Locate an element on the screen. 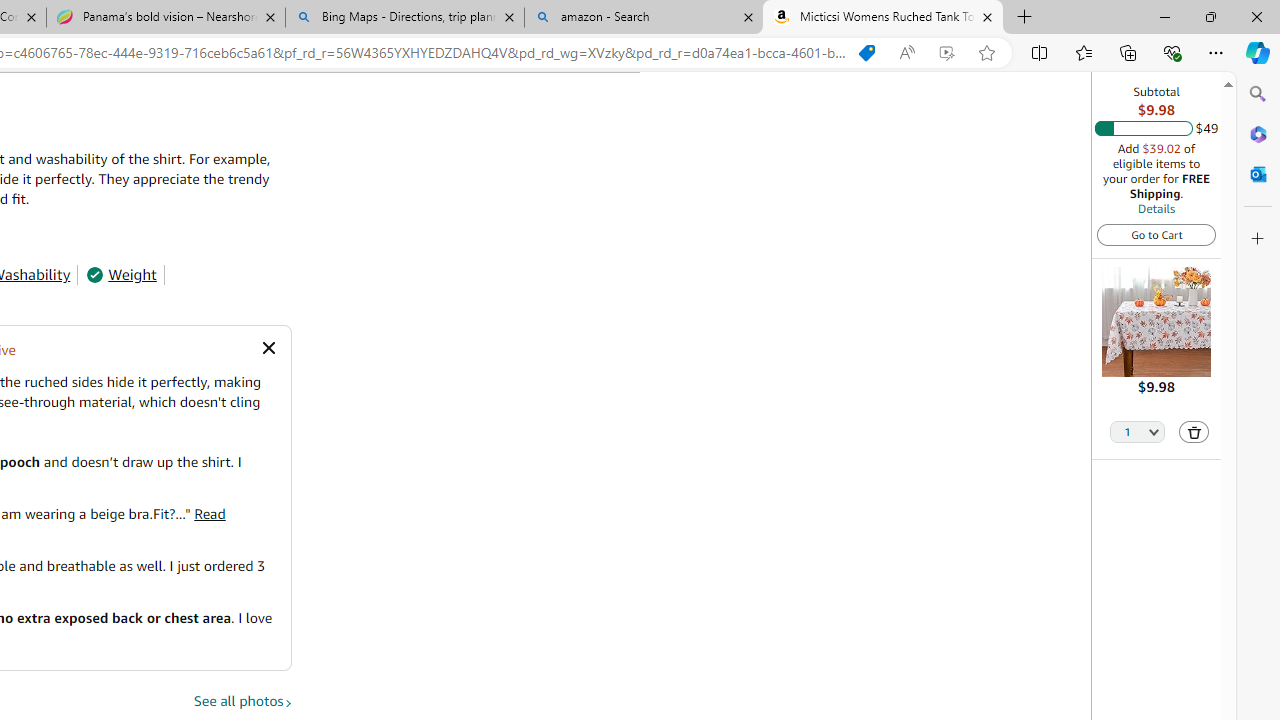 This screenshot has height=720, width=1280. 'Shopping in Microsoft Edge' is located at coordinates (867, 52).